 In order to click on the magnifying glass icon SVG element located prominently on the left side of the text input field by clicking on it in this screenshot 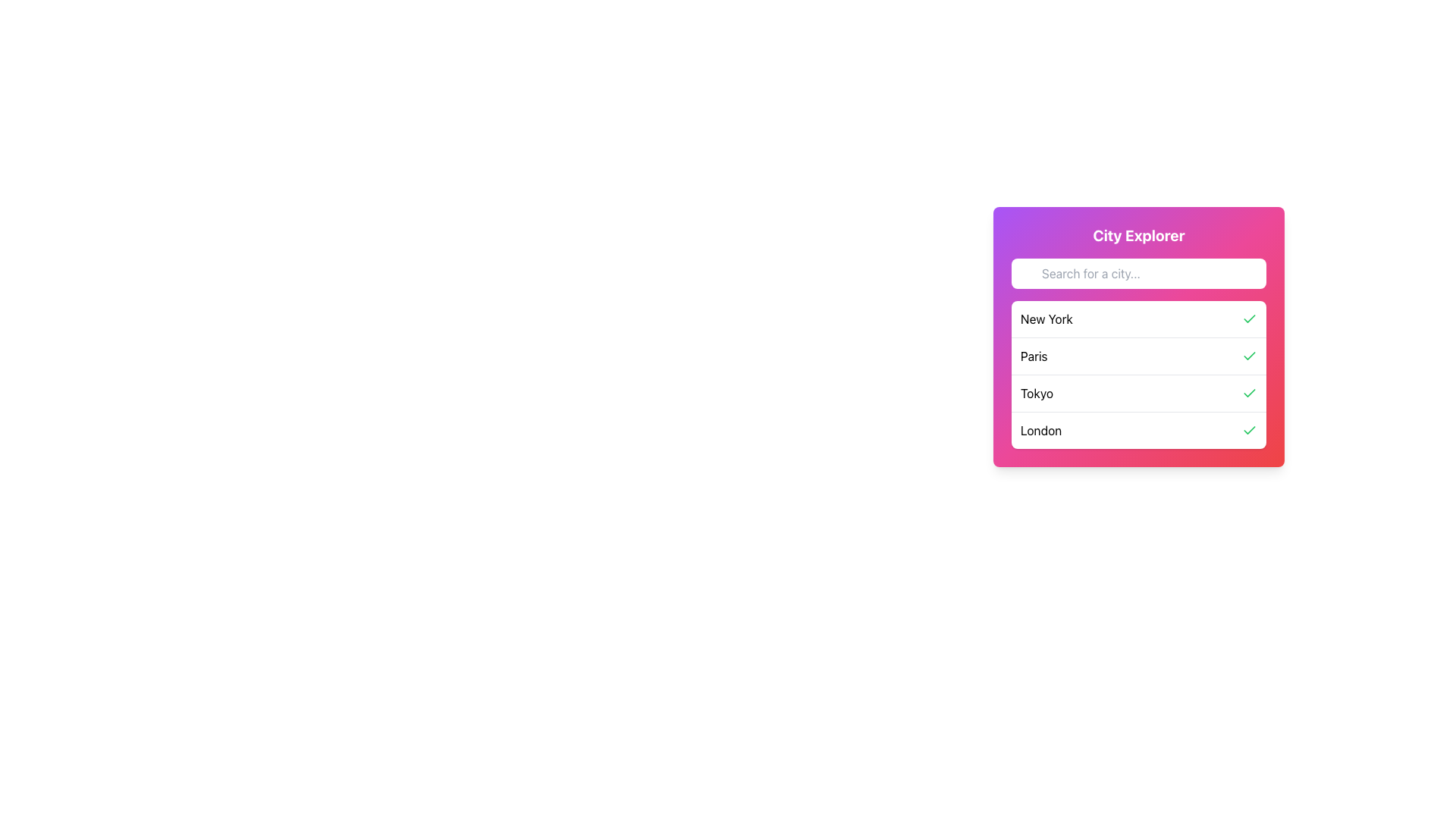, I will do `click(1030, 277)`.